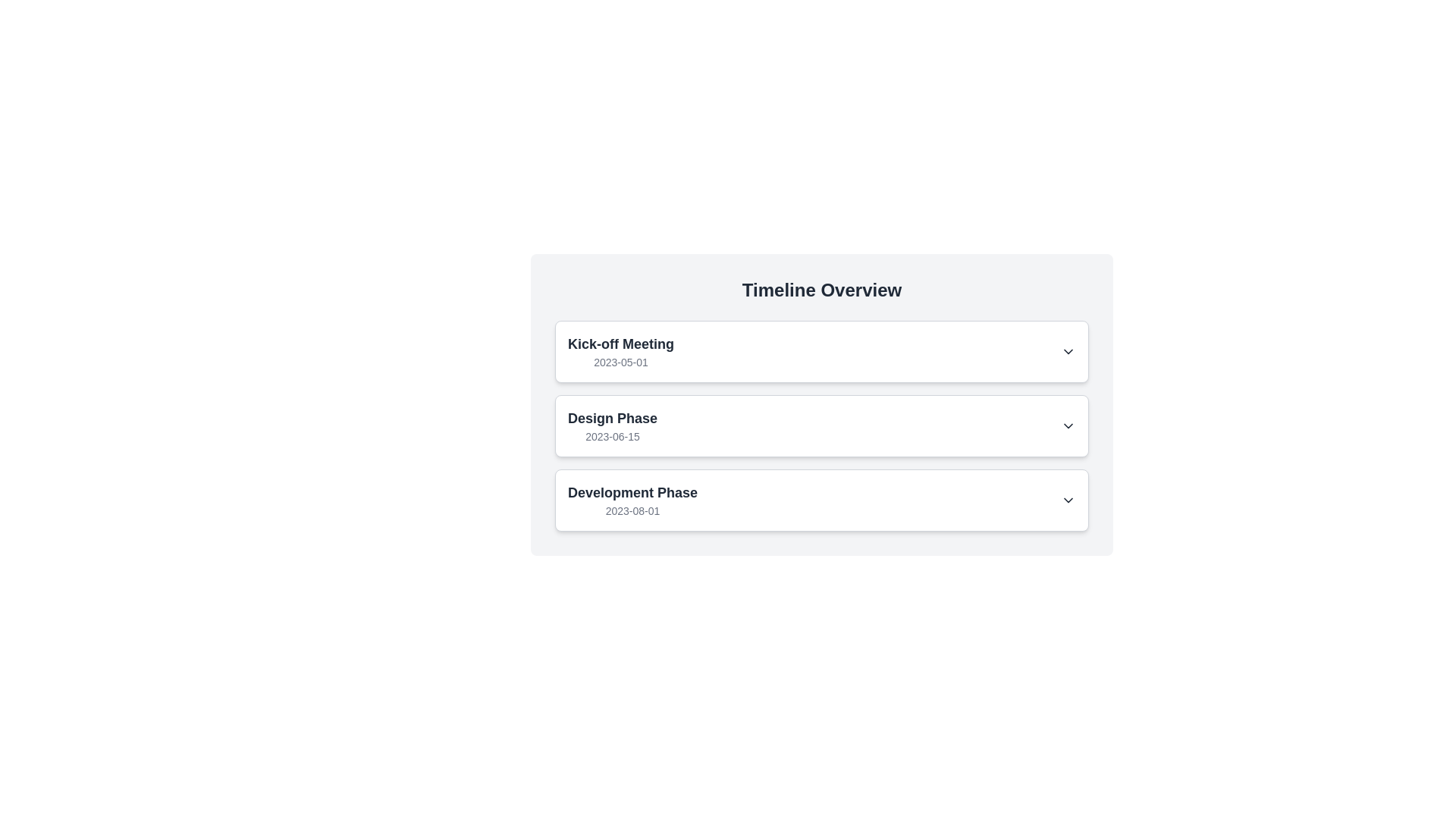 This screenshot has height=819, width=1456. I want to click on the 'Design Phase' card, so click(821, 403).